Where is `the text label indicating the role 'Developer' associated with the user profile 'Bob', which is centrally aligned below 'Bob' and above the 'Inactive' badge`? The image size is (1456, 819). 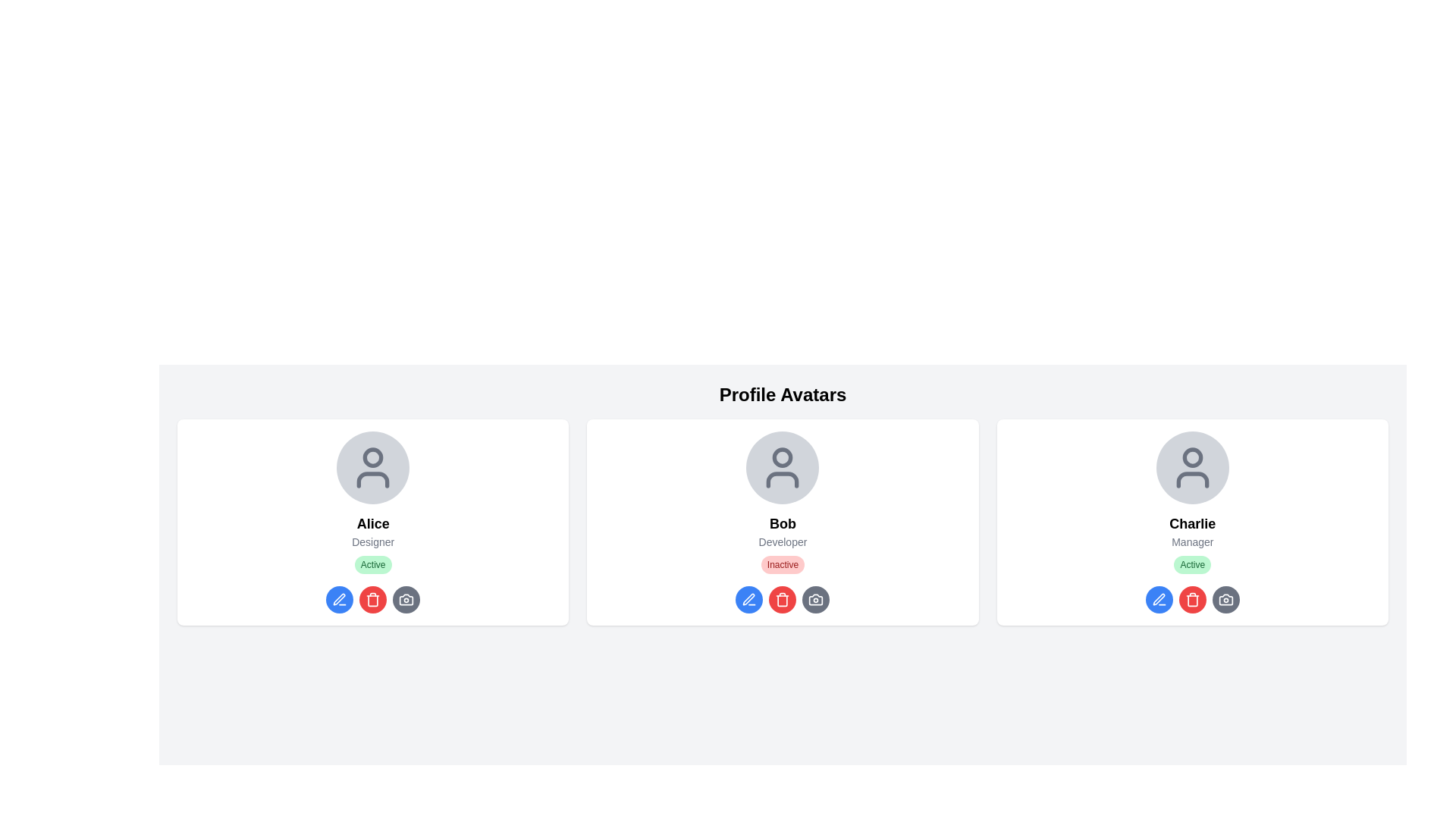 the text label indicating the role 'Developer' associated with the user profile 'Bob', which is centrally aligned below 'Bob' and above the 'Inactive' badge is located at coordinates (783, 541).